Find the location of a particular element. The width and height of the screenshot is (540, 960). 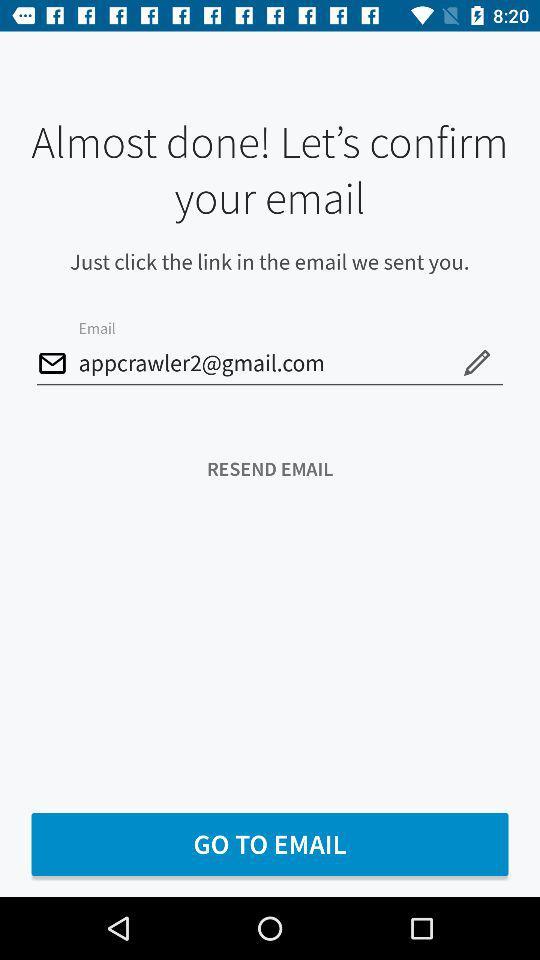

the icon below appcrawler2@gmail.com icon is located at coordinates (270, 469).